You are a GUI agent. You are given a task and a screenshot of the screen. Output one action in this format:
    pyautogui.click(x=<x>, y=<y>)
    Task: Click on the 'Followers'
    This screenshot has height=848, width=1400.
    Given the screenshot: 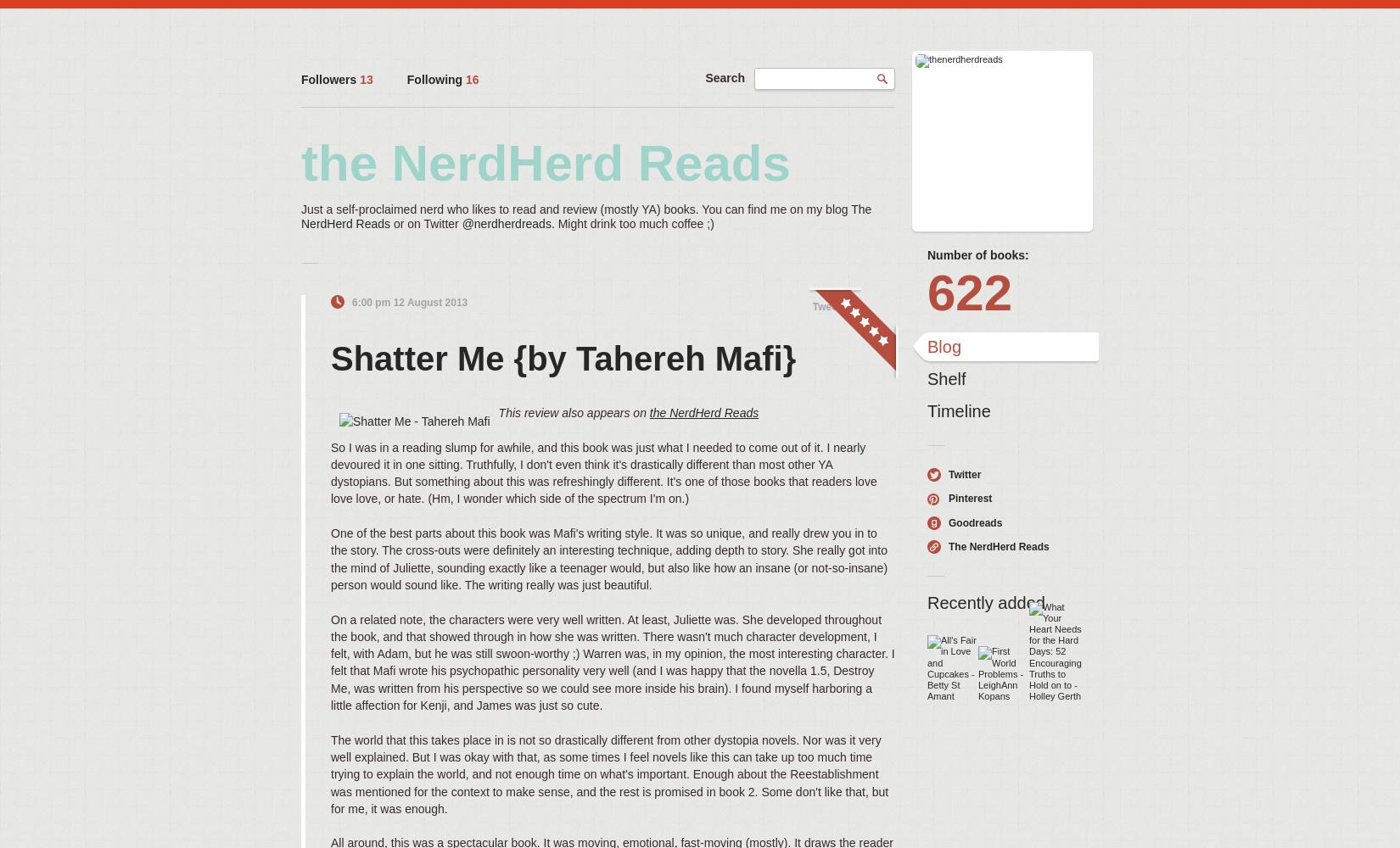 What is the action you would take?
    pyautogui.click(x=330, y=79)
    